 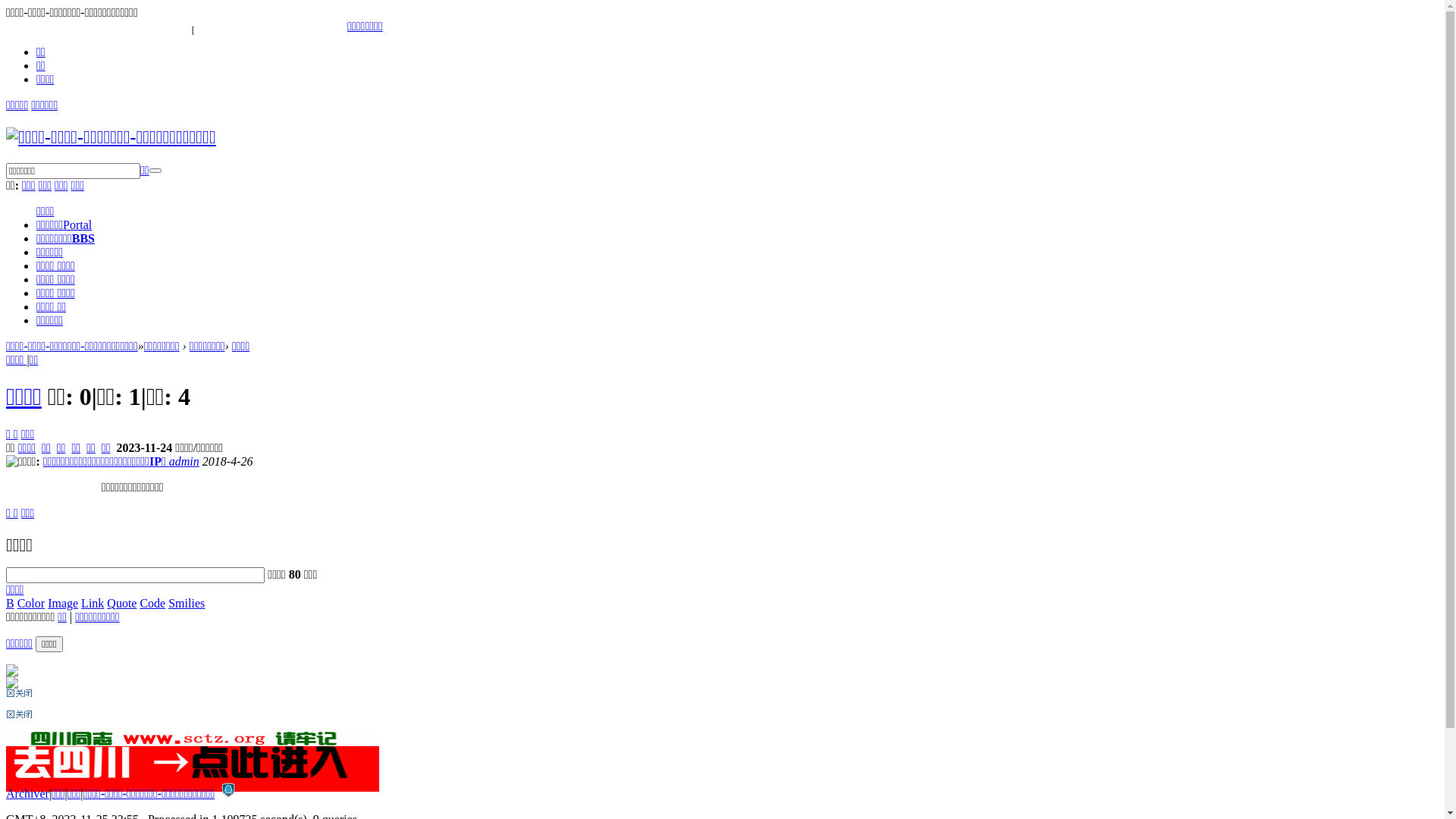 I want to click on 'Smilies', so click(x=185, y=601).